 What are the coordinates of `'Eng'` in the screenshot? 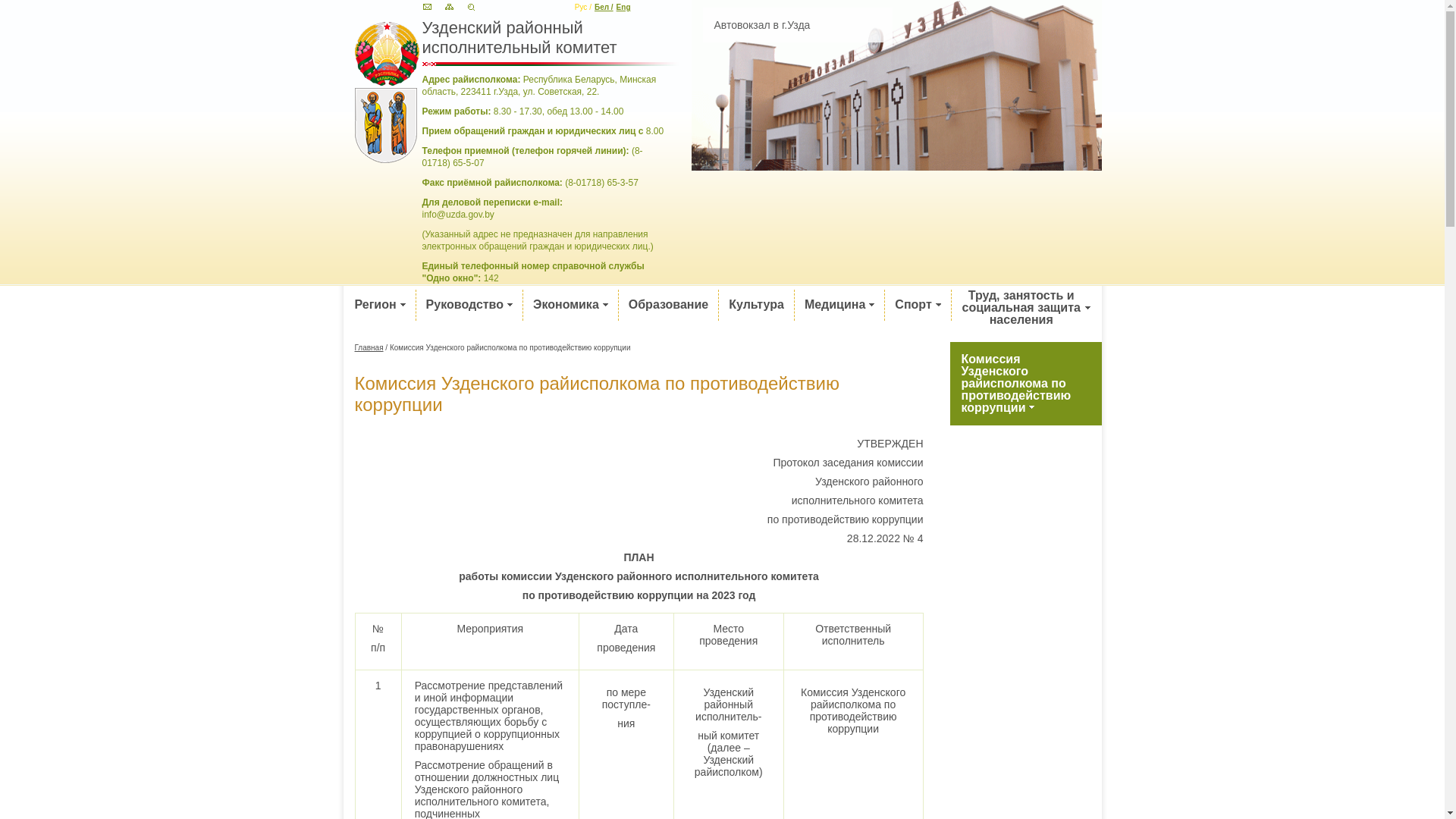 It's located at (623, 7).